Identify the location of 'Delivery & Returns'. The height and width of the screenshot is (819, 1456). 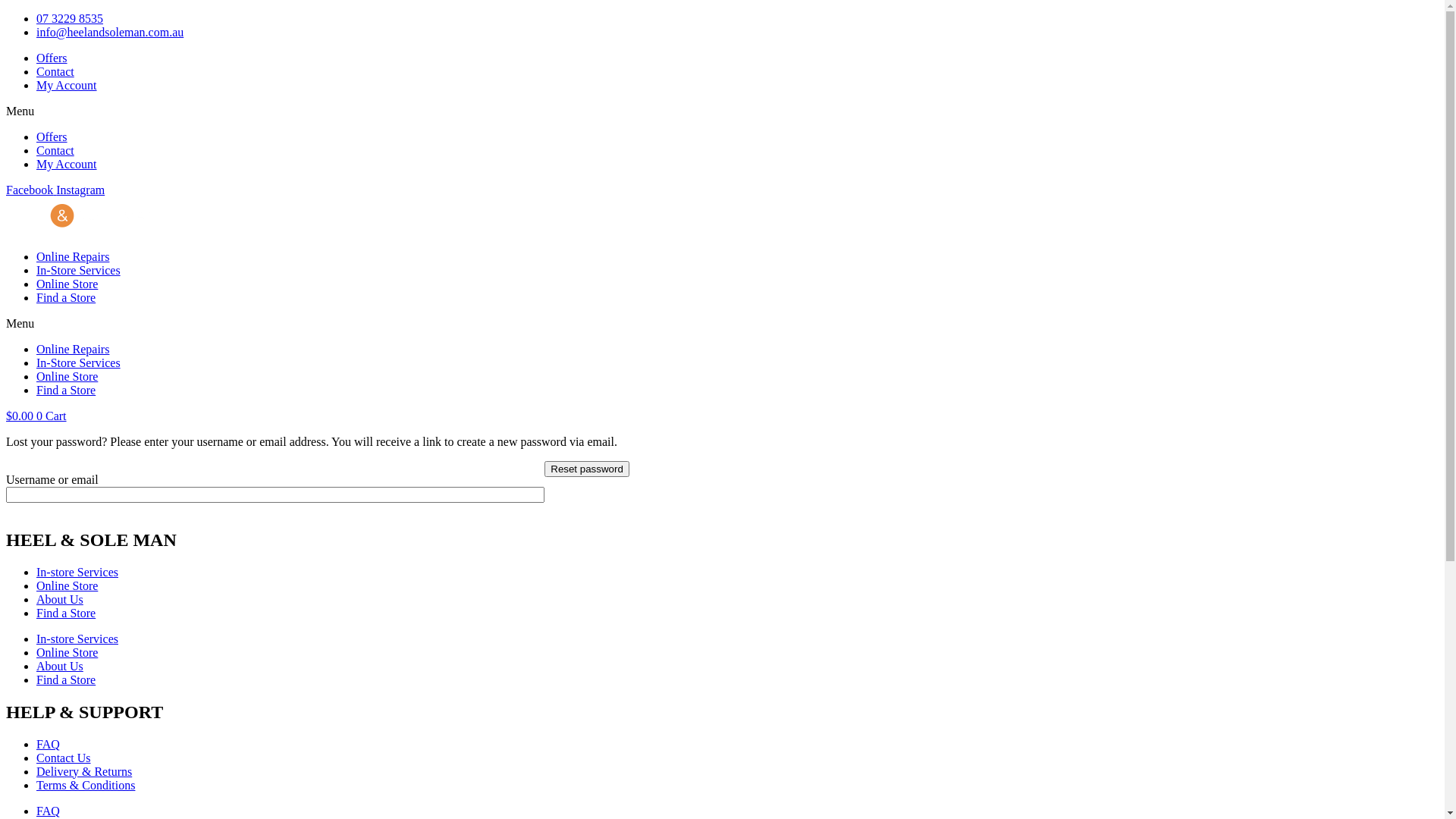
(36, 771).